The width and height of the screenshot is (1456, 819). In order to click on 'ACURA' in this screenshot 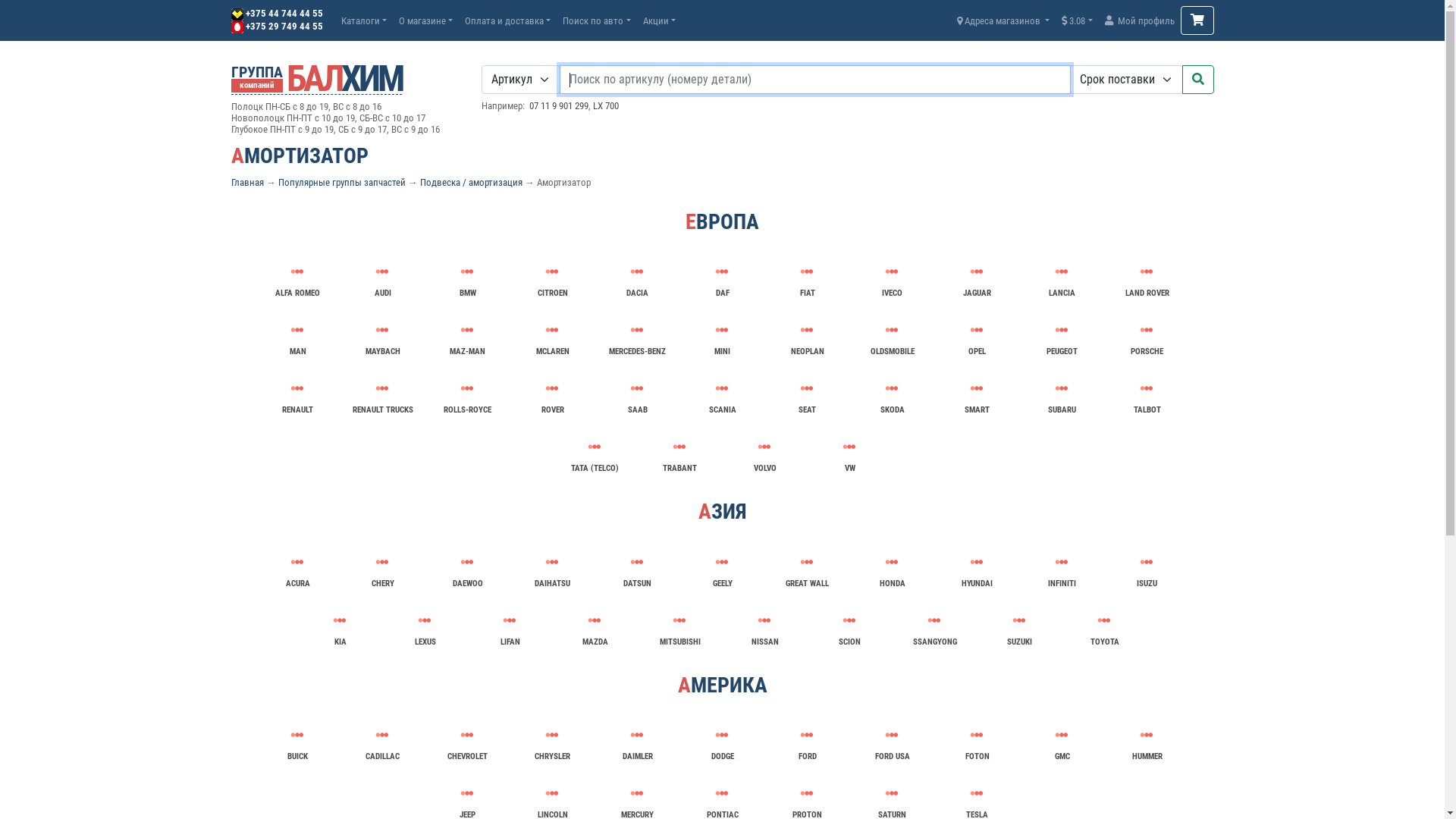, I will do `click(297, 561)`.